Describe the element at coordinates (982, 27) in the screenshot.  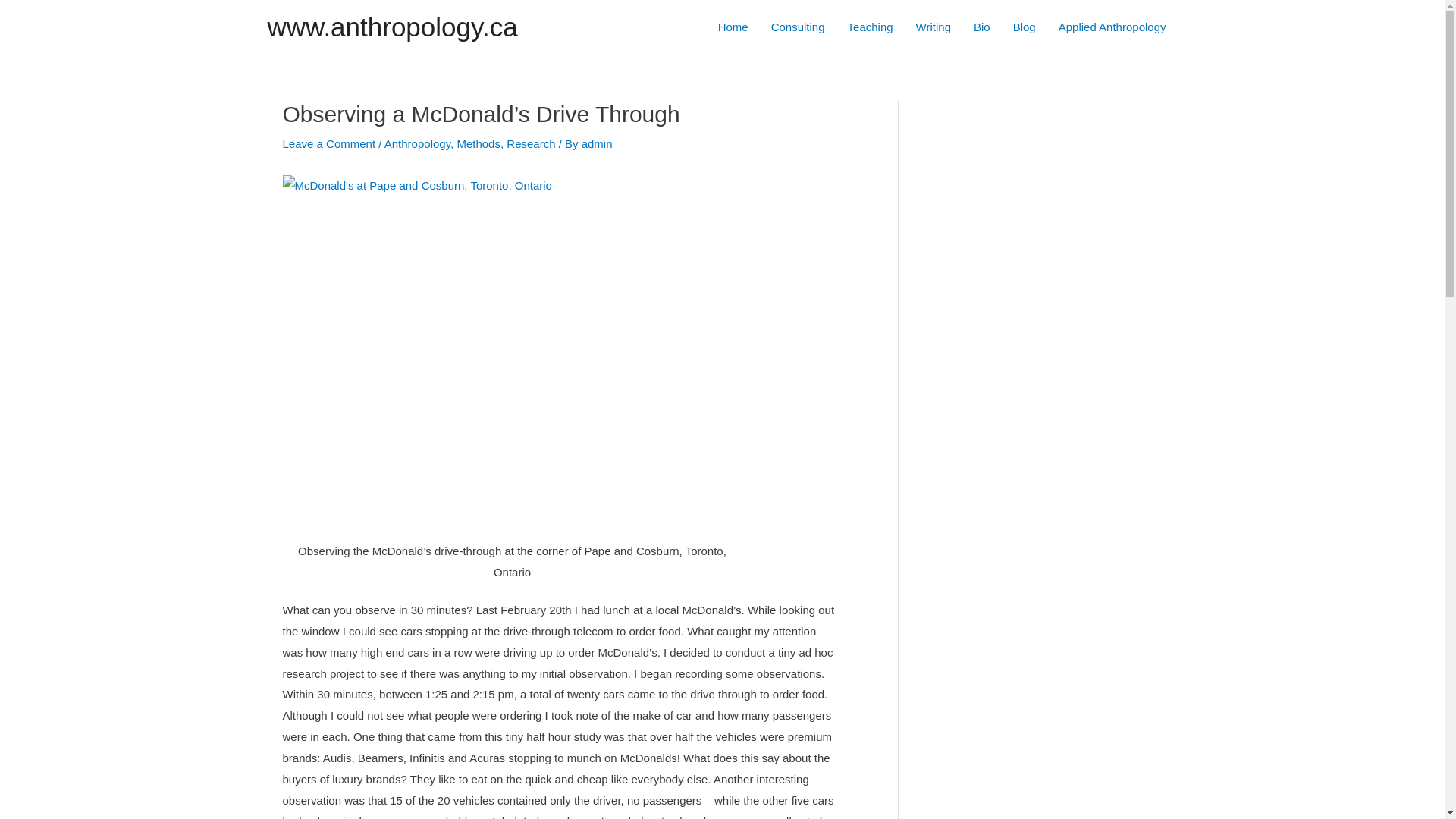
I see `'Bio'` at that location.